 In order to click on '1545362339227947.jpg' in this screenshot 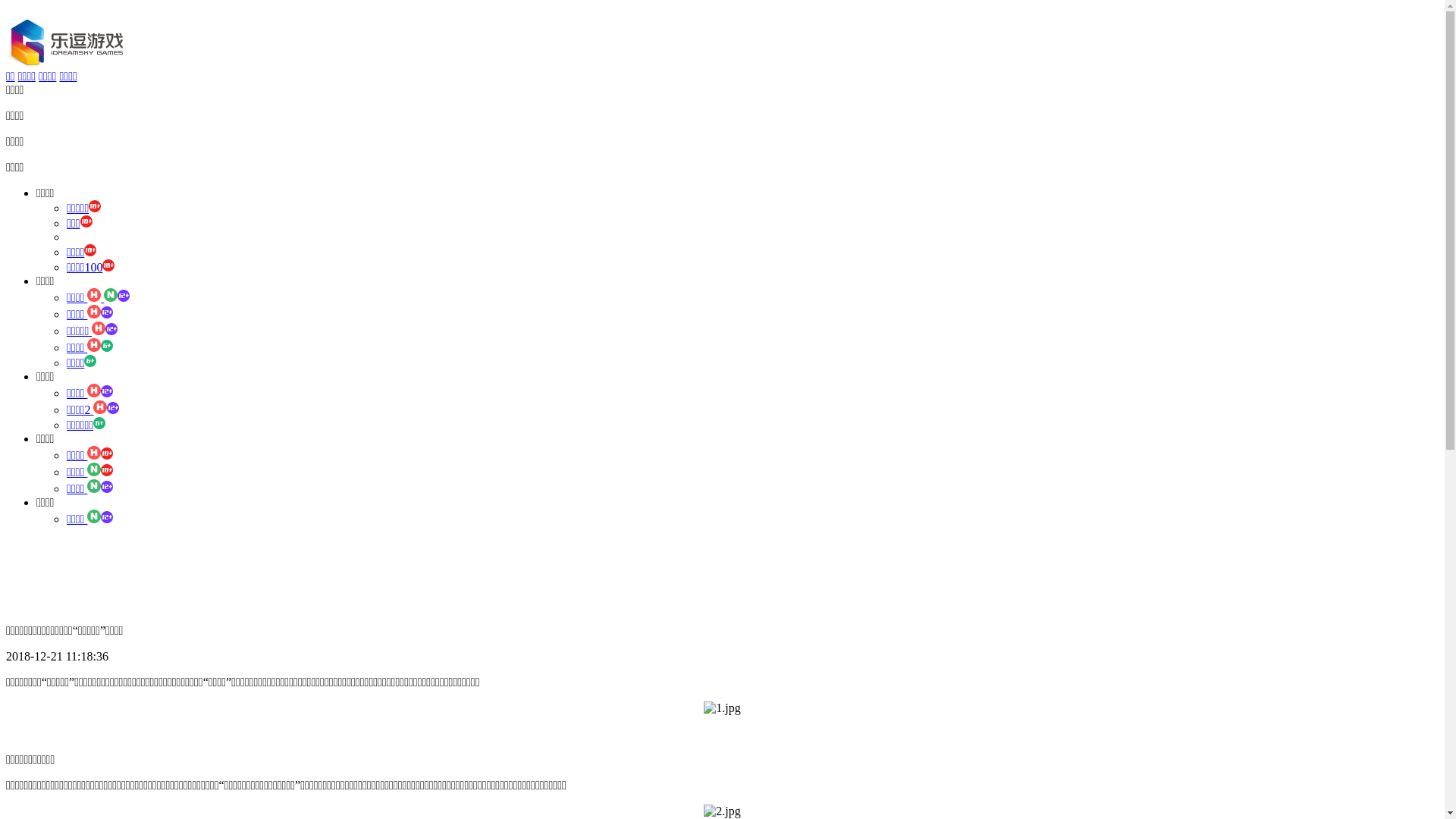, I will do `click(702, 708)`.